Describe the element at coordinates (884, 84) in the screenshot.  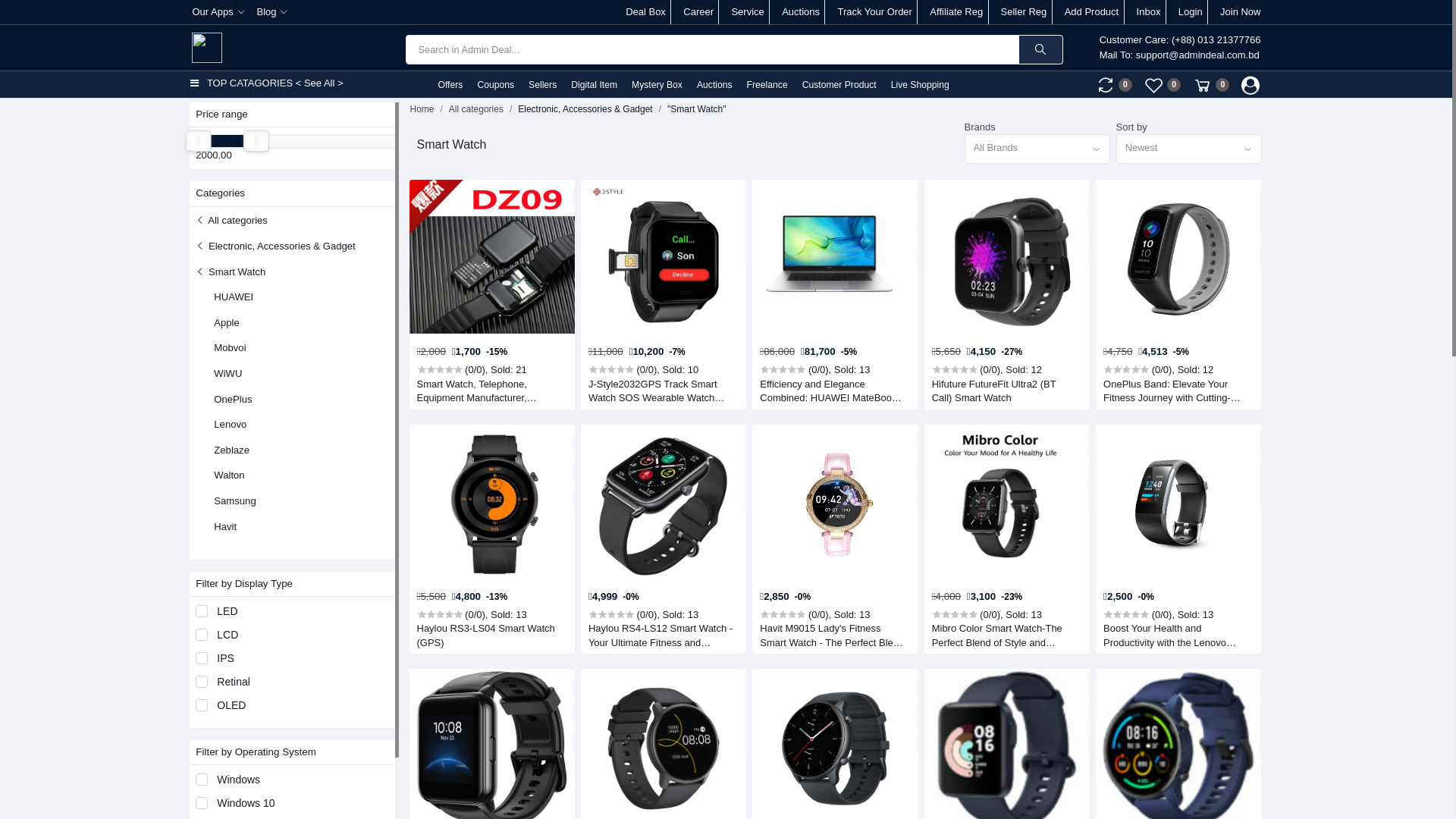
I see `'Live Shopping'` at that location.